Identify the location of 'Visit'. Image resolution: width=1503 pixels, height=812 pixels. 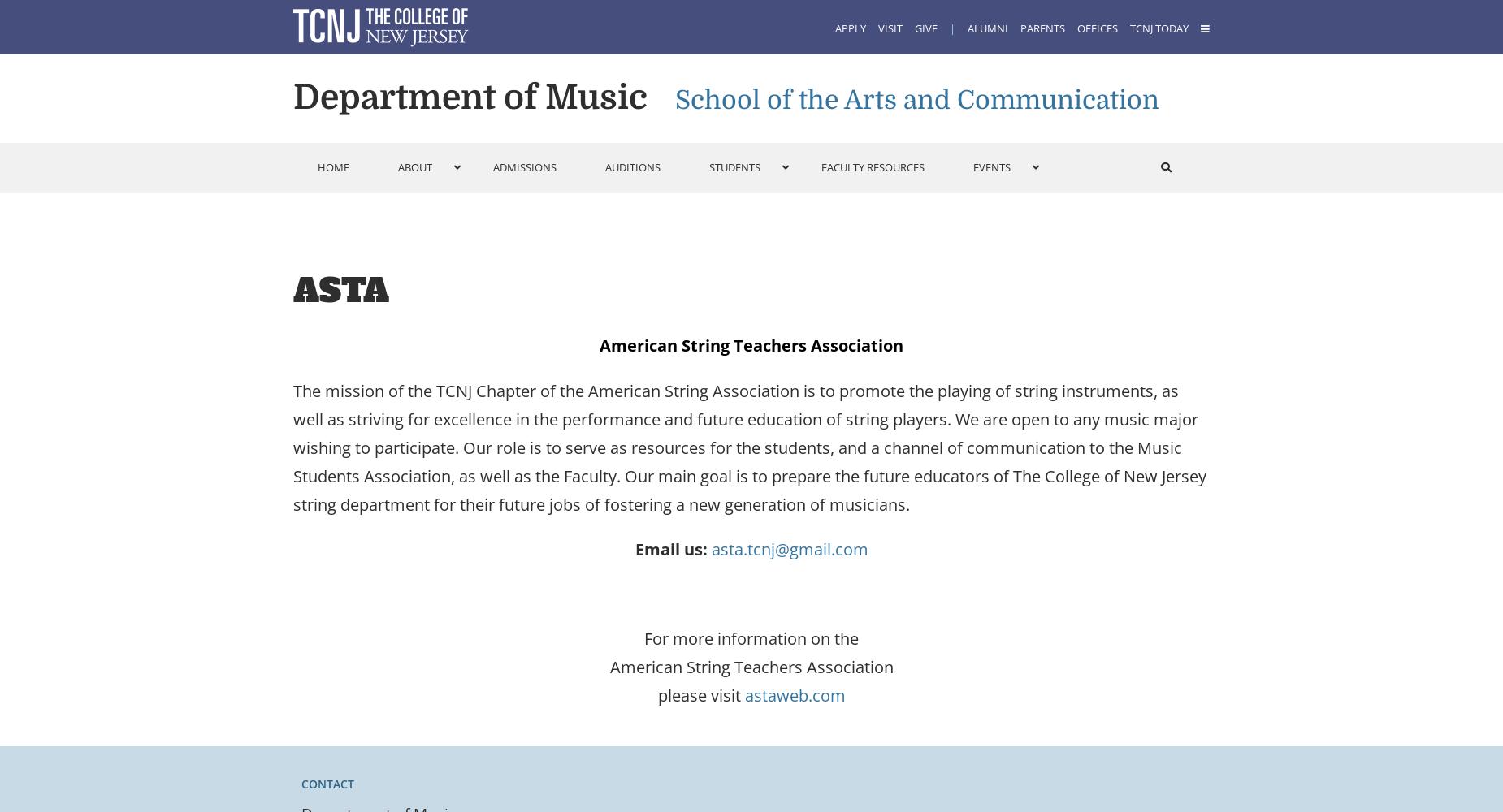
(889, 28).